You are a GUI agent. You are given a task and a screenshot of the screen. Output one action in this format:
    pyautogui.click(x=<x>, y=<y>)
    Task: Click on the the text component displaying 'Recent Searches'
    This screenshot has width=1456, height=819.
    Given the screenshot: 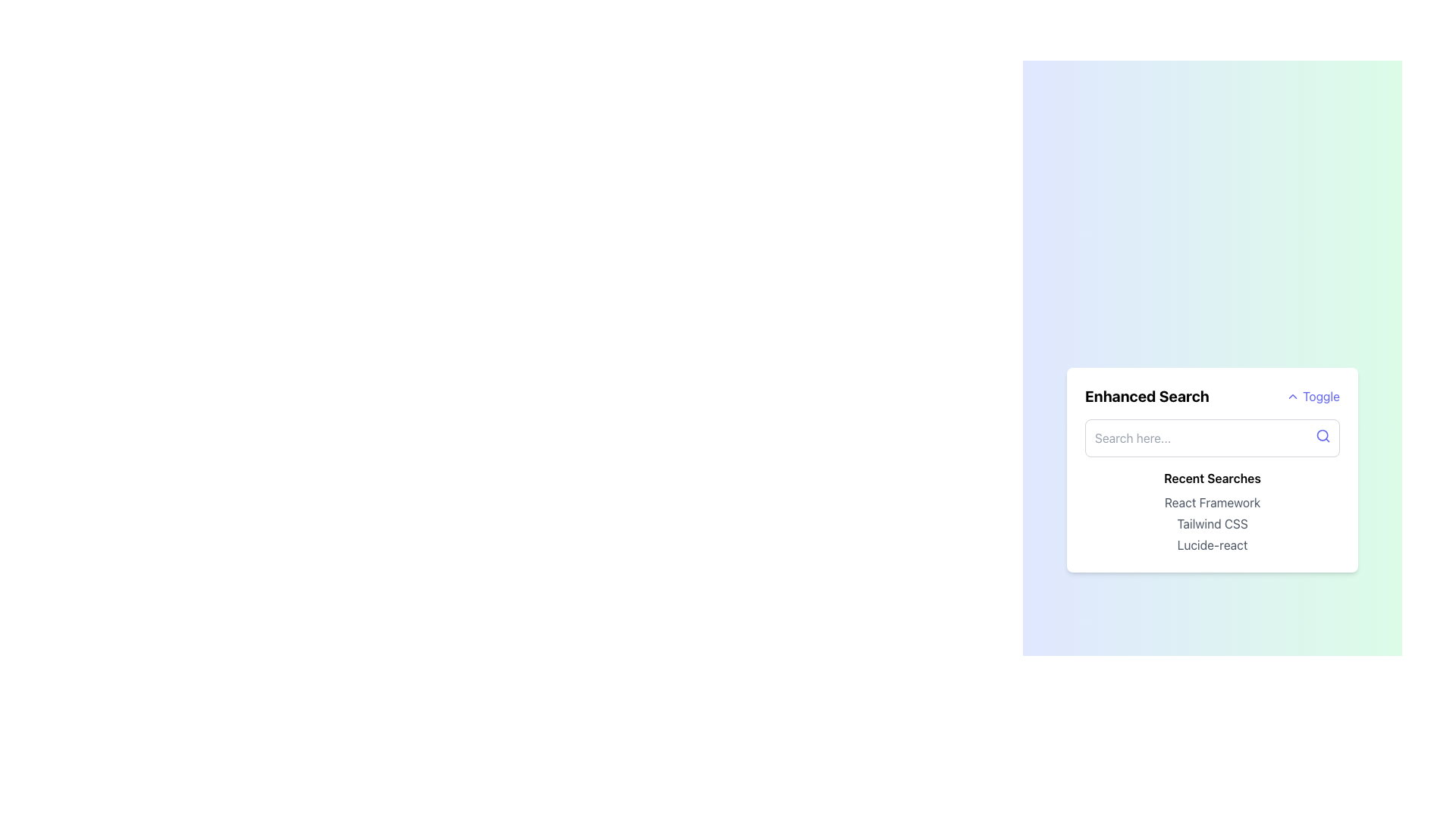 What is the action you would take?
    pyautogui.click(x=1211, y=479)
    